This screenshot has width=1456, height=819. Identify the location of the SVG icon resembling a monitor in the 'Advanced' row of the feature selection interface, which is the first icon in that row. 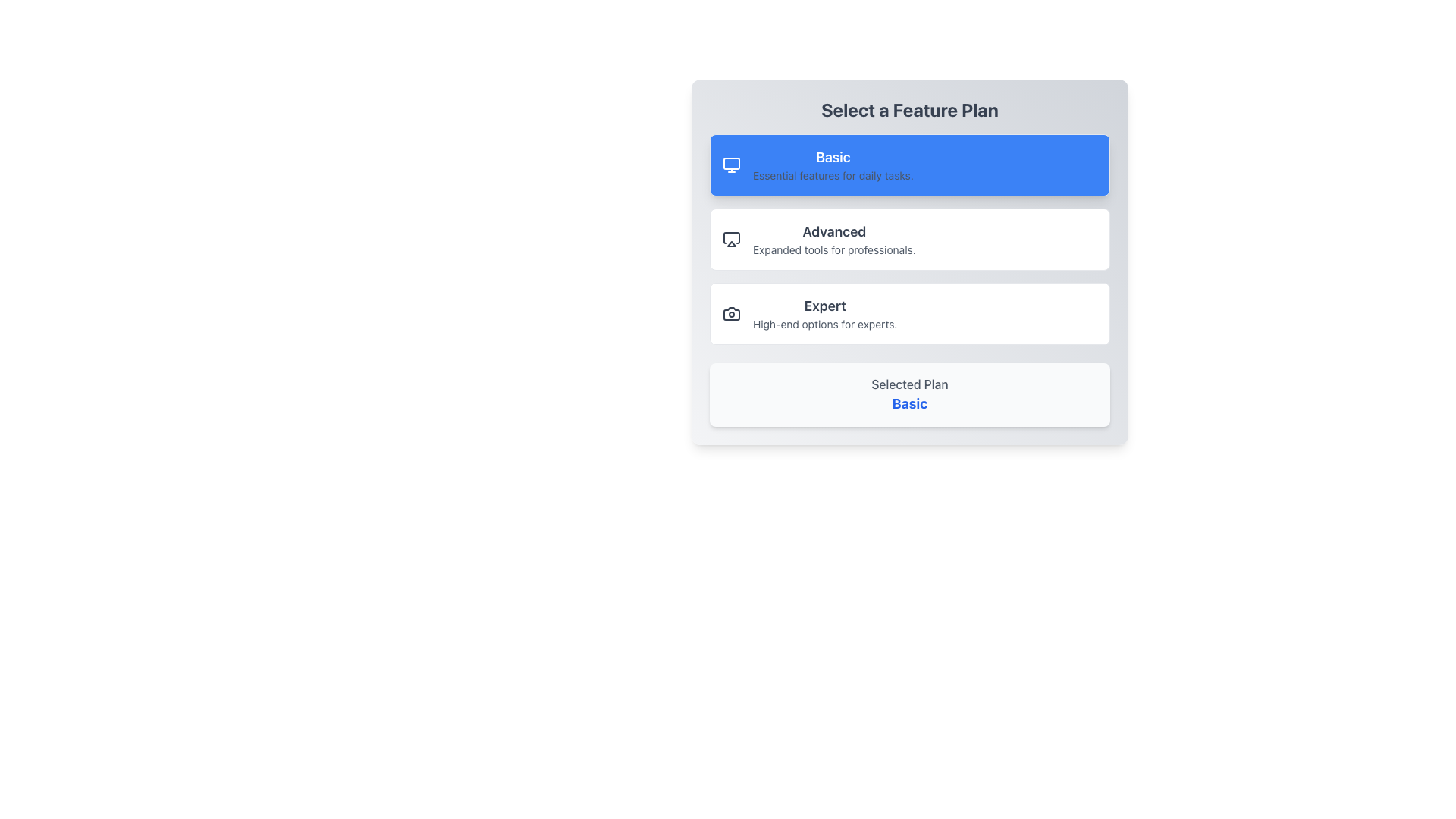
(731, 239).